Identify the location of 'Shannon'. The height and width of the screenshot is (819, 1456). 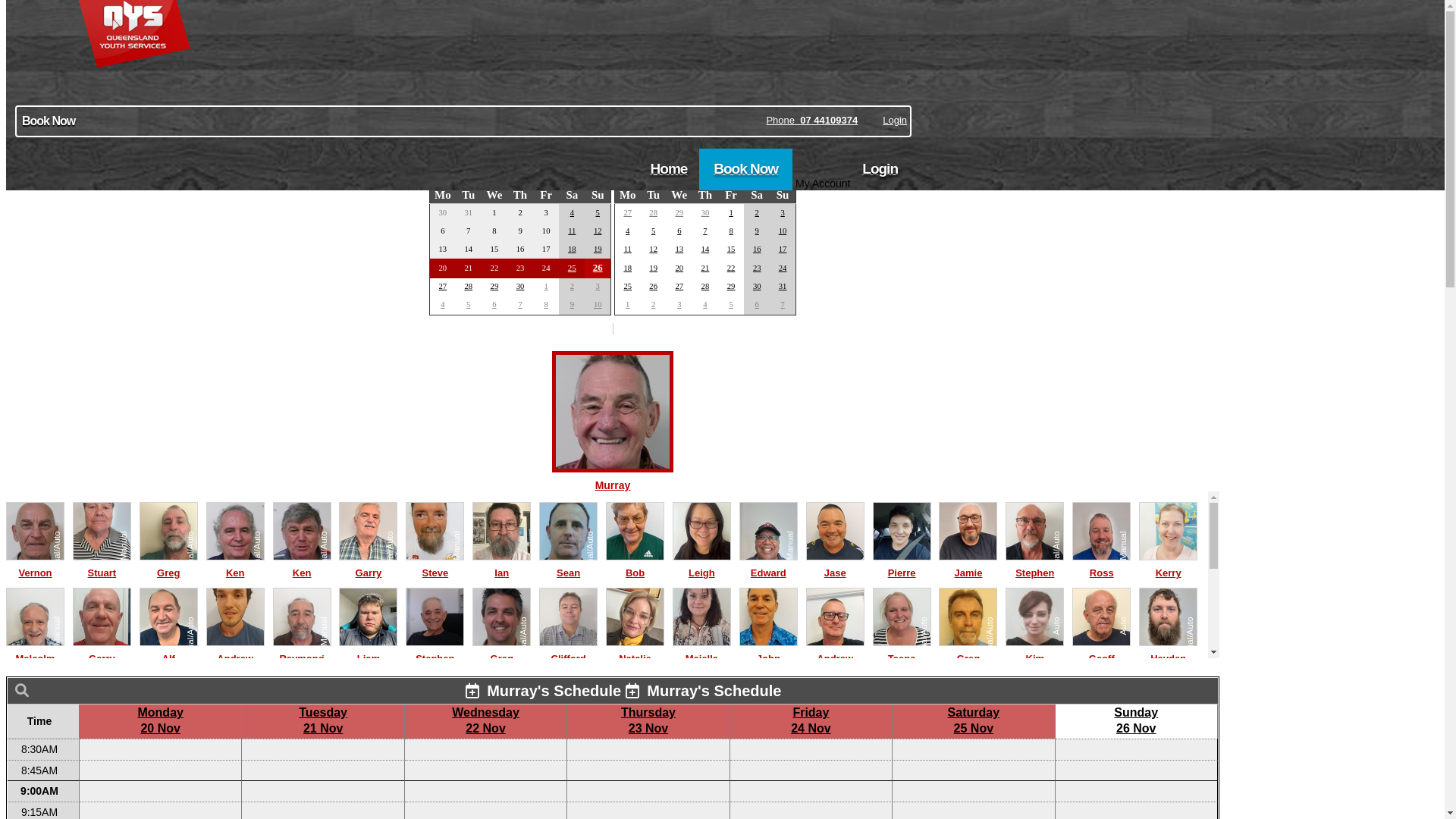
(768, 736).